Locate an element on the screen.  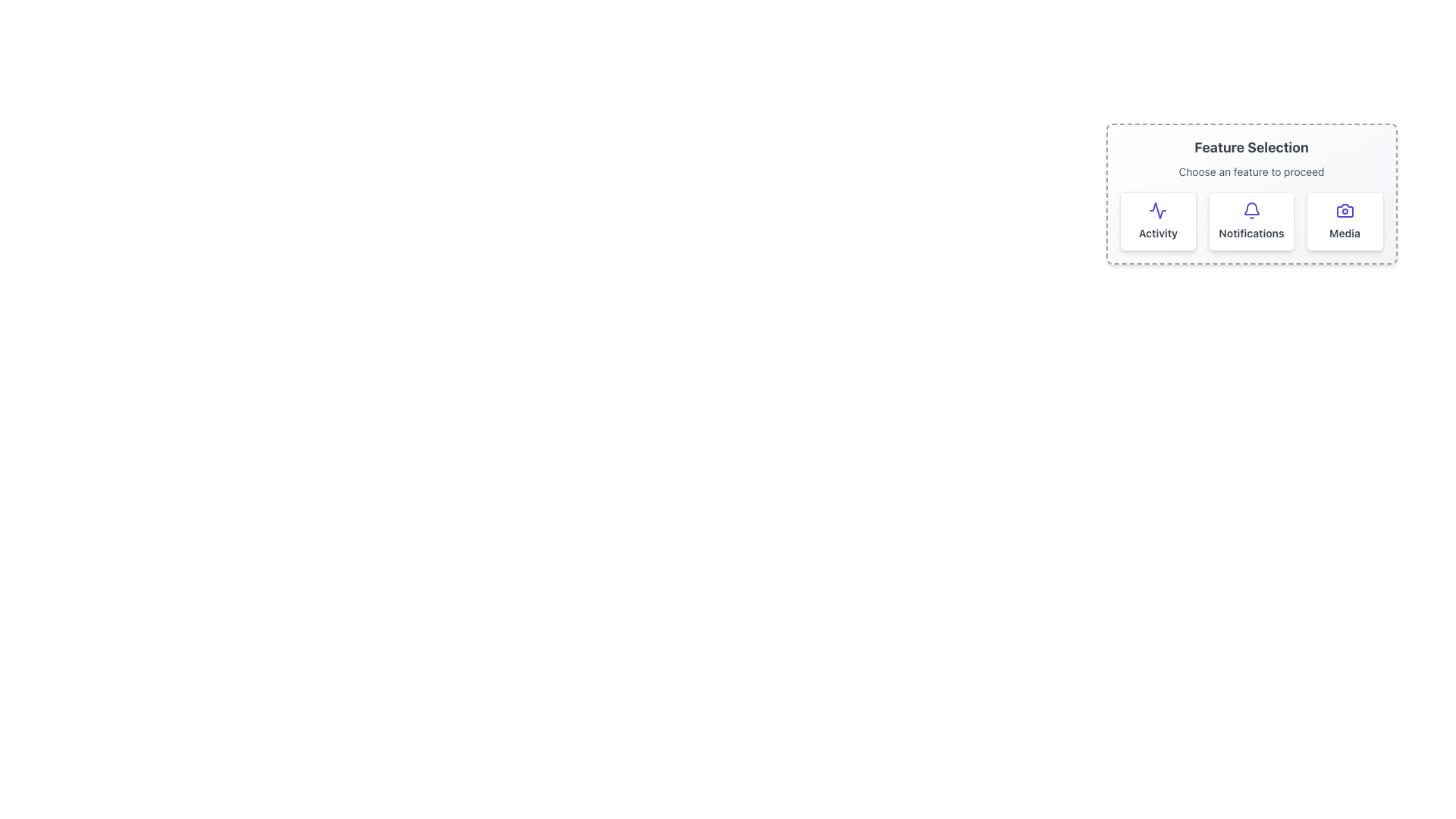
the indigo camera icon located in the 'Media' section is located at coordinates (1345, 210).